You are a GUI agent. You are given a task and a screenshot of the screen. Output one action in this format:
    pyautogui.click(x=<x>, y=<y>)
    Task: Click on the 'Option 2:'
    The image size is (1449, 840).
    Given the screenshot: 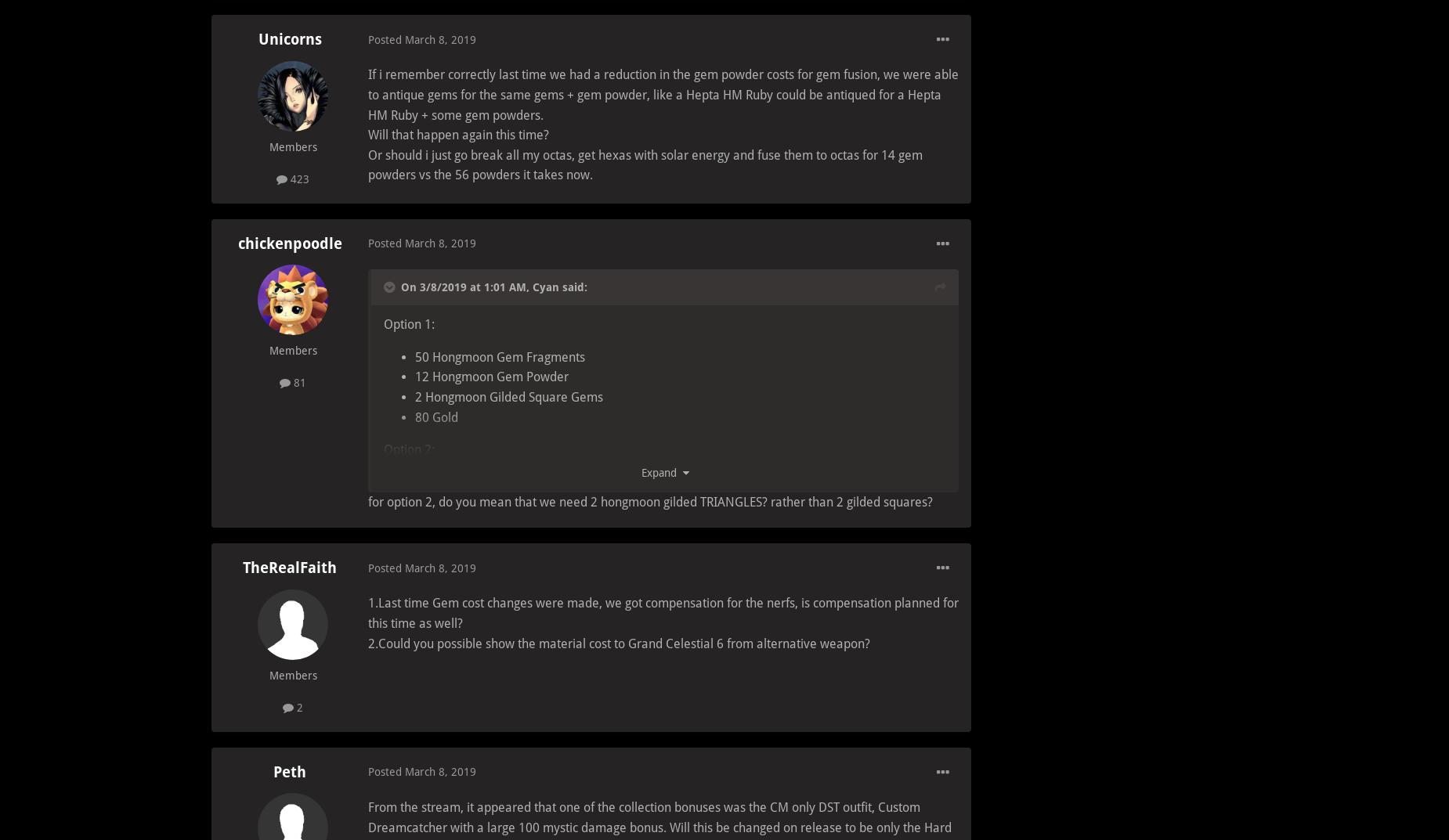 What is the action you would take?
    pyautogui.click(x=409, y=449)
    